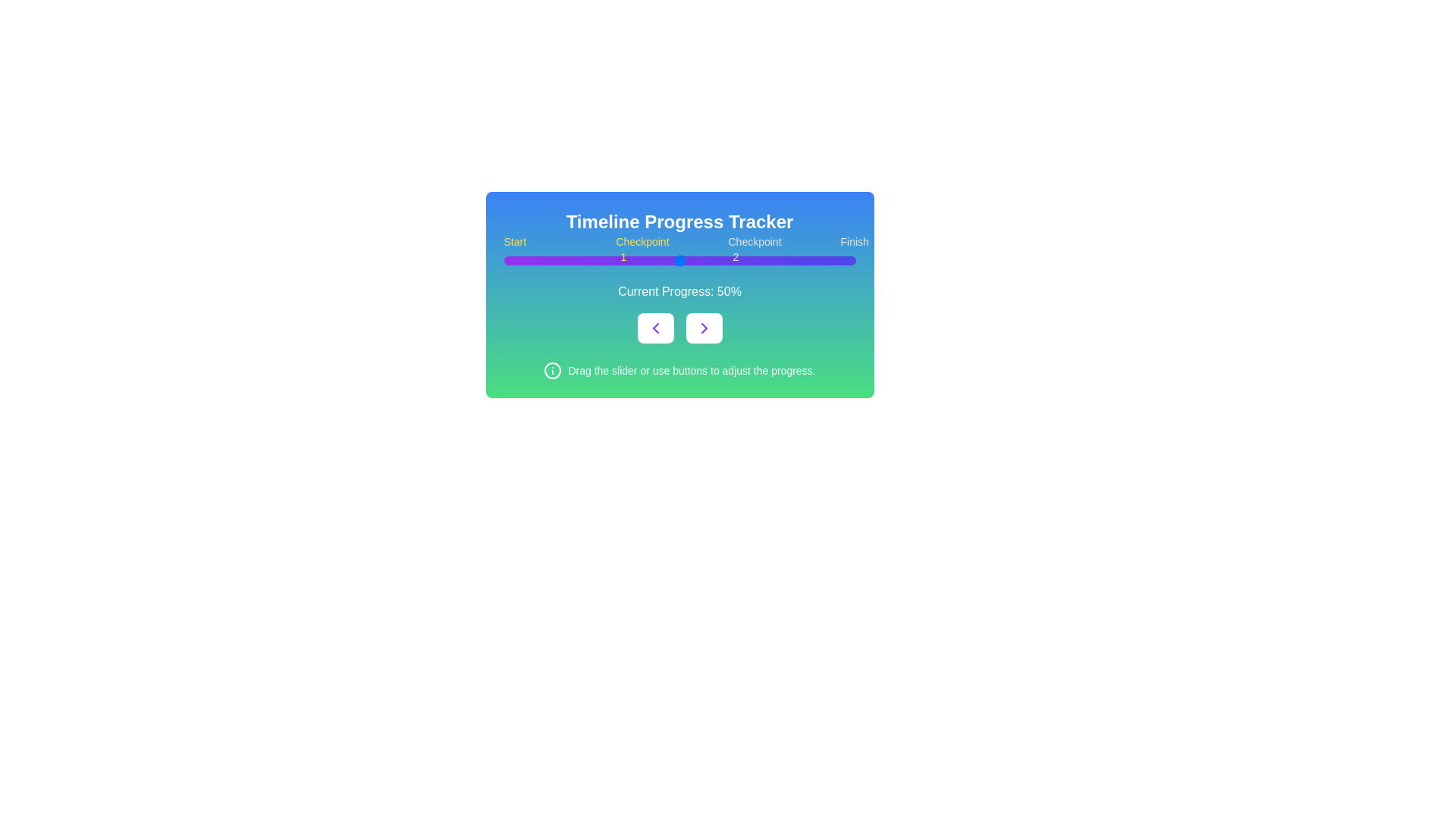  Describe the element at coordinates (847, 248) in the screenshot. I see `the Text Label displaying 'Finish', which is styled in gray color and is the last element in a horizontal sequence of indicators` at that location.